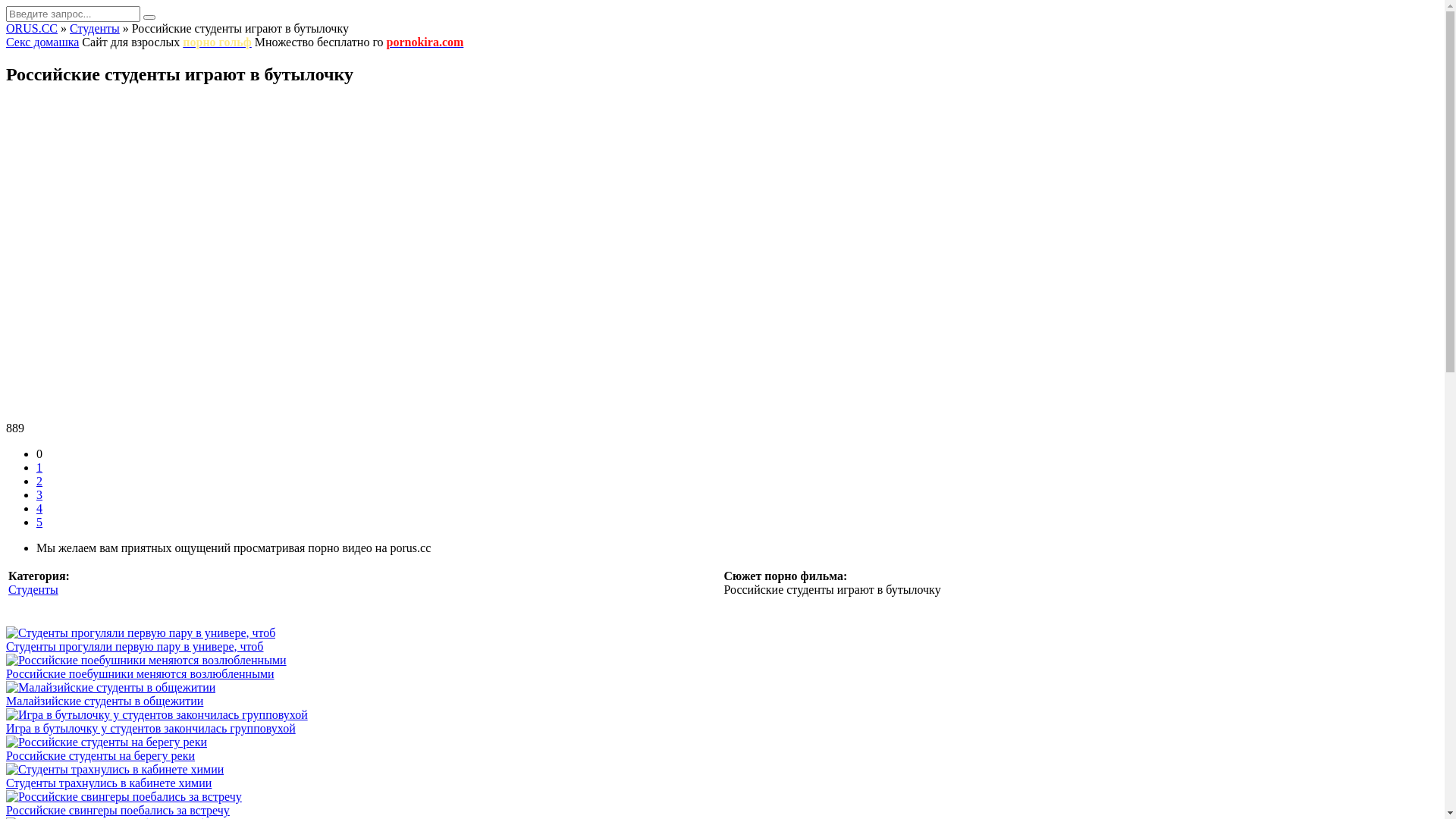 This screenshot has height=819, width=1456. What do you see at coordinates (39, 521) in the screenshot?
I see `'5'` at bounding box center [39, 521].